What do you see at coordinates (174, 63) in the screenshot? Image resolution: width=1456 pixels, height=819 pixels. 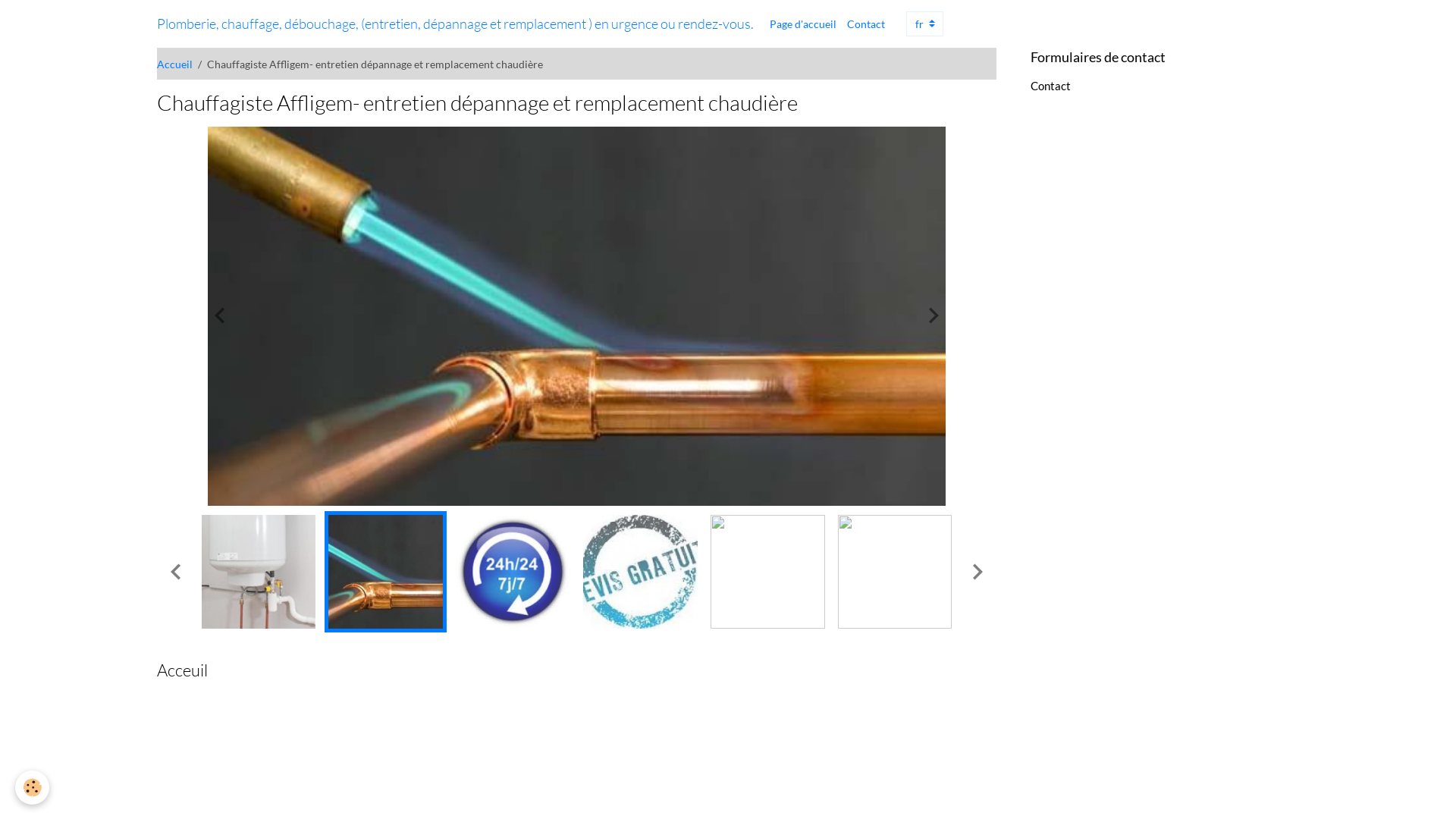 I see `'Accueil'` at bounding box center [174, 63].